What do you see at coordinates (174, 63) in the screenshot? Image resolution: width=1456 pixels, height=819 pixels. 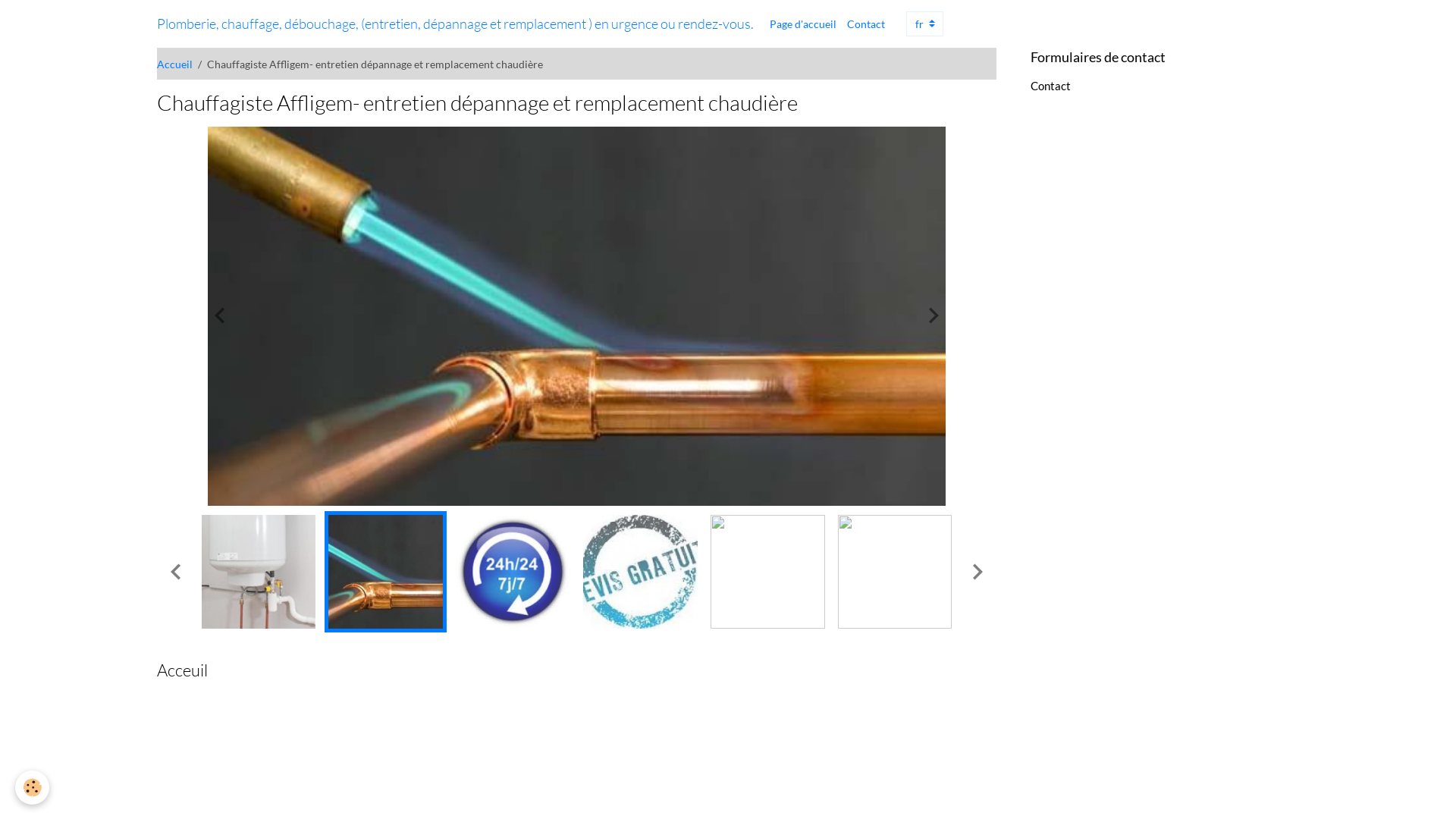 I see `'Accueil'` at bounding box center [174, 63].